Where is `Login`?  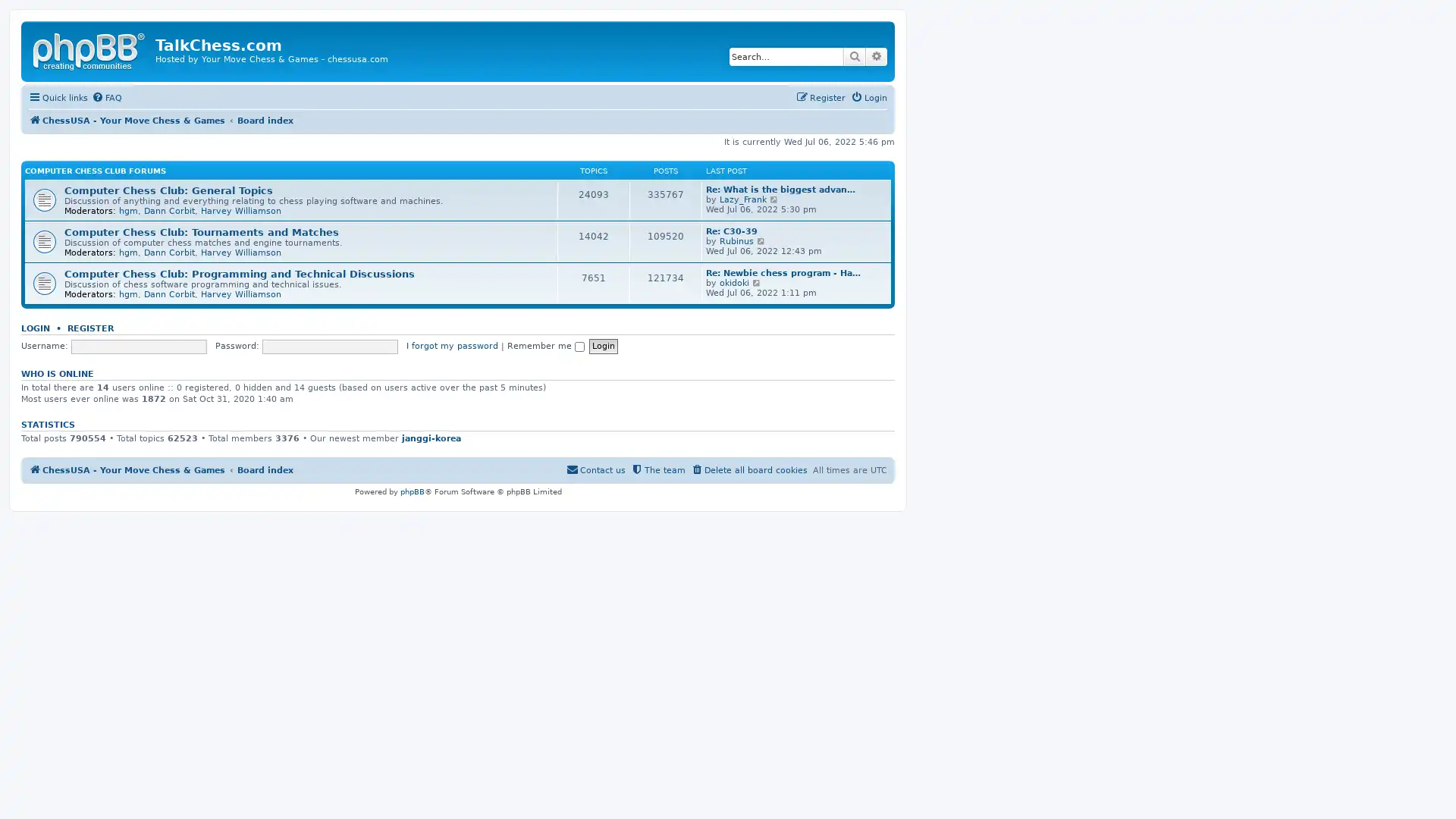
Login is located at coordinates (602, 346).